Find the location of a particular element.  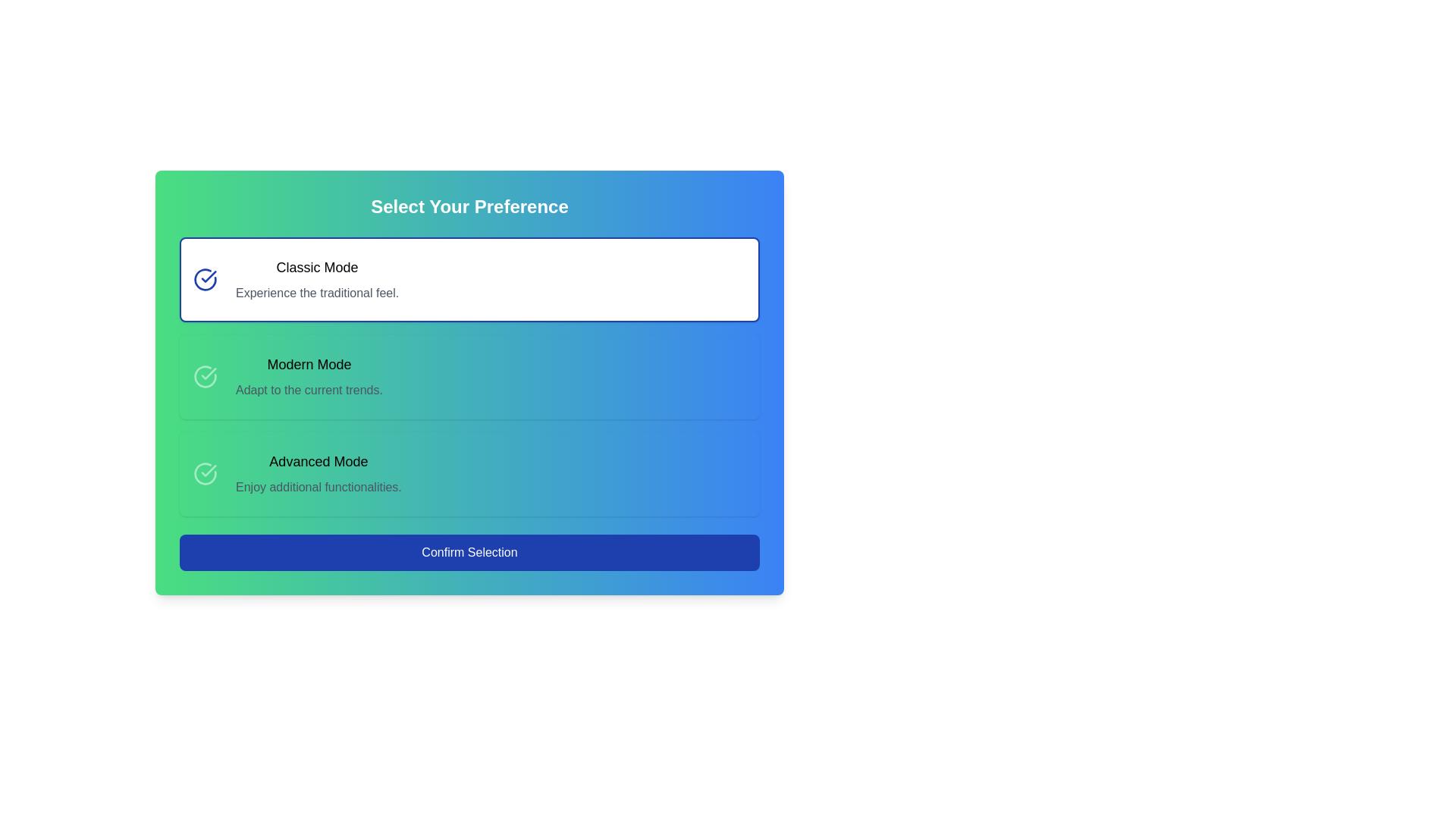

representation of the checkmark in the SVG component located in the light green box associated with the 'Advanced Mode' option is located at coordinates (208, 374).